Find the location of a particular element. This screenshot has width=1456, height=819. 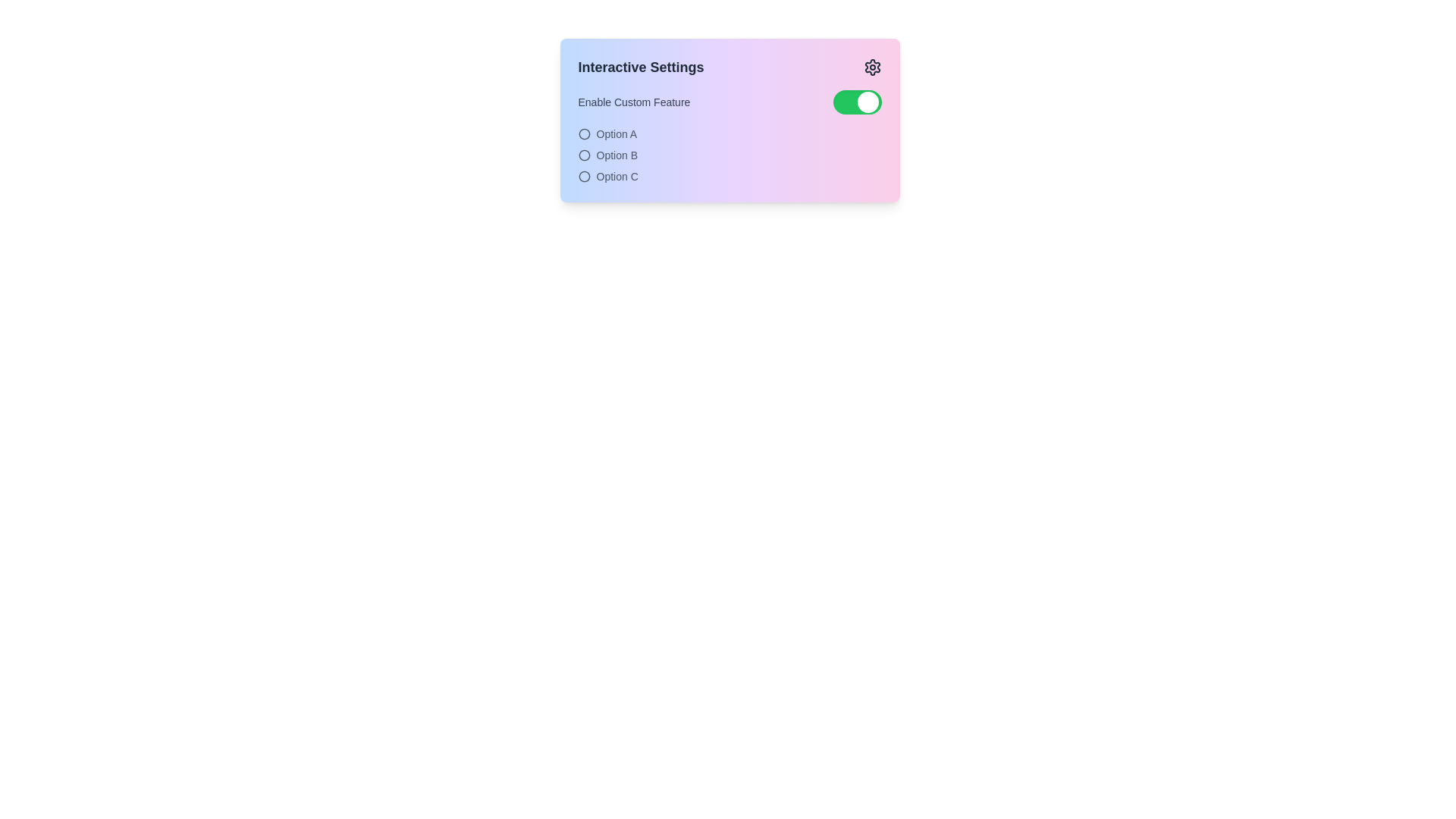

the radio button for 'Option C' is located at coordinates (583, 175).